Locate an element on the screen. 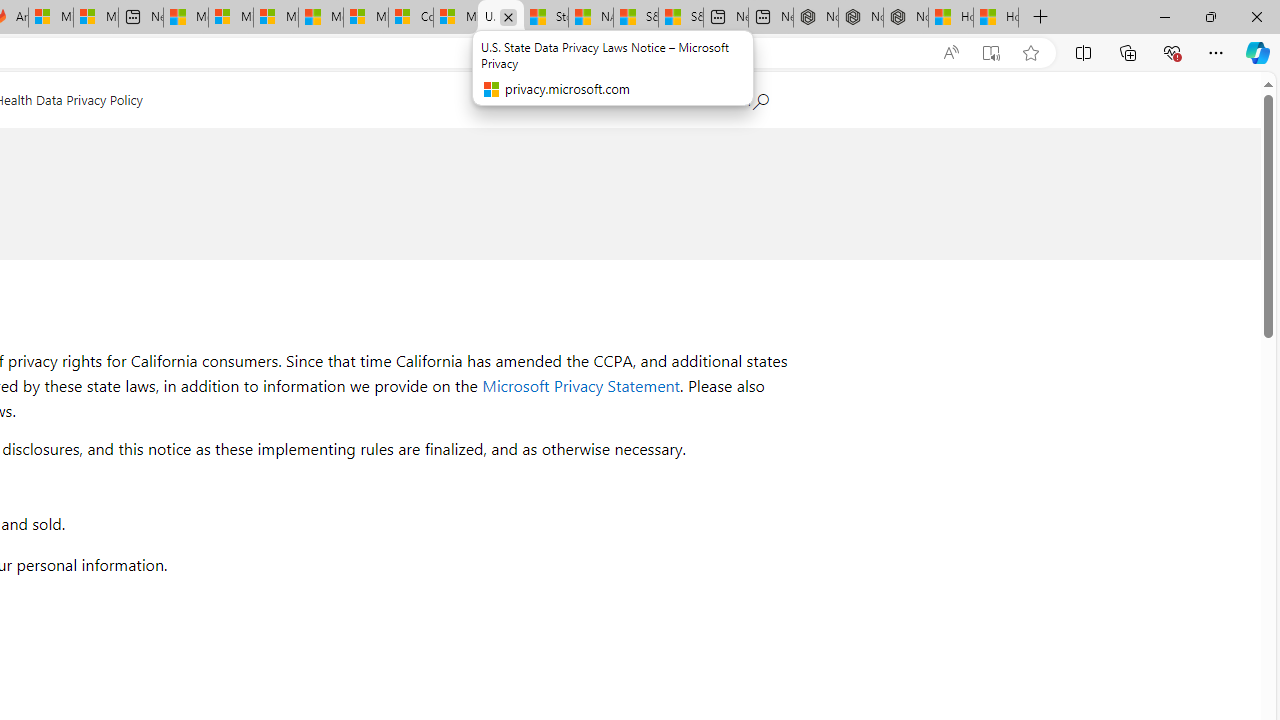 The width and height of the screenshot is (1280, 720). 'Microsoft account | Home' is located at coordinates (274, 17).